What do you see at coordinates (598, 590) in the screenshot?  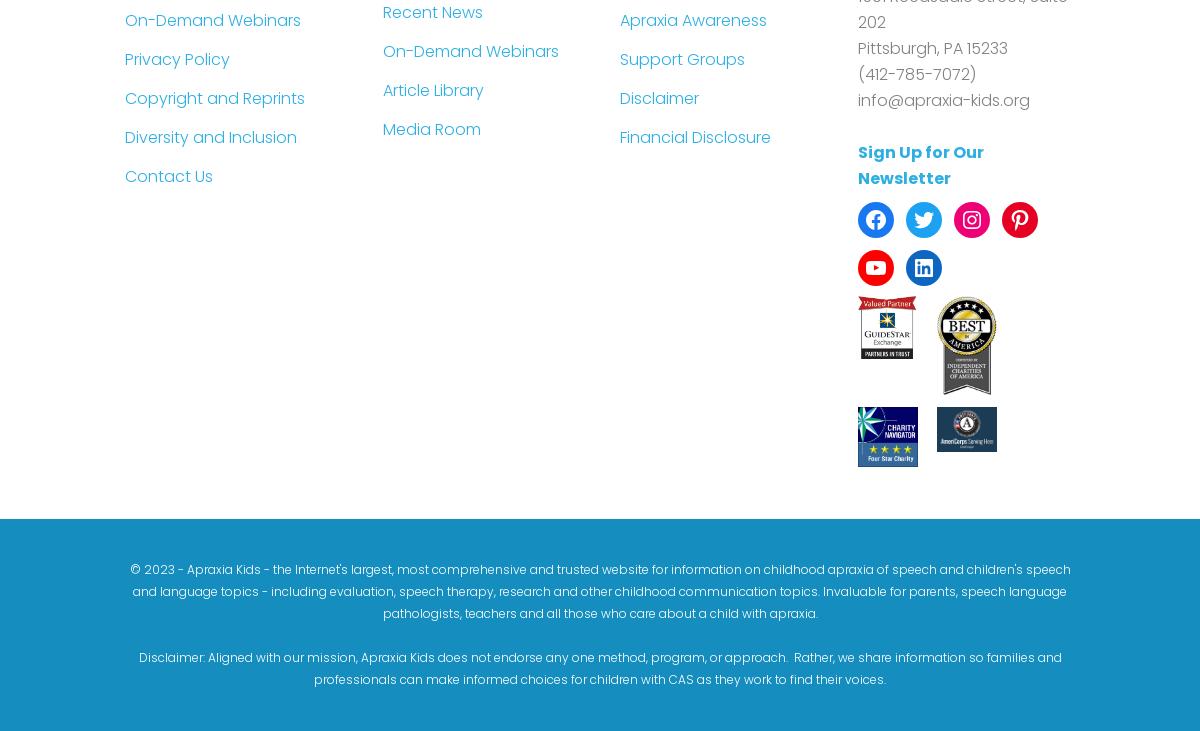 I see `'© 2023 - Apraxia Kids - the Internet's largest, most comprehensive and trusted website for information on childhood apraxia of speech and children's speech and language topics - including evaluation, speech therapy, research and other childhood communication topics. Invaluable for parents, speech language pathologists, teachers and all those who care about a child with apraxia.'` at bounding box center [598, 590].